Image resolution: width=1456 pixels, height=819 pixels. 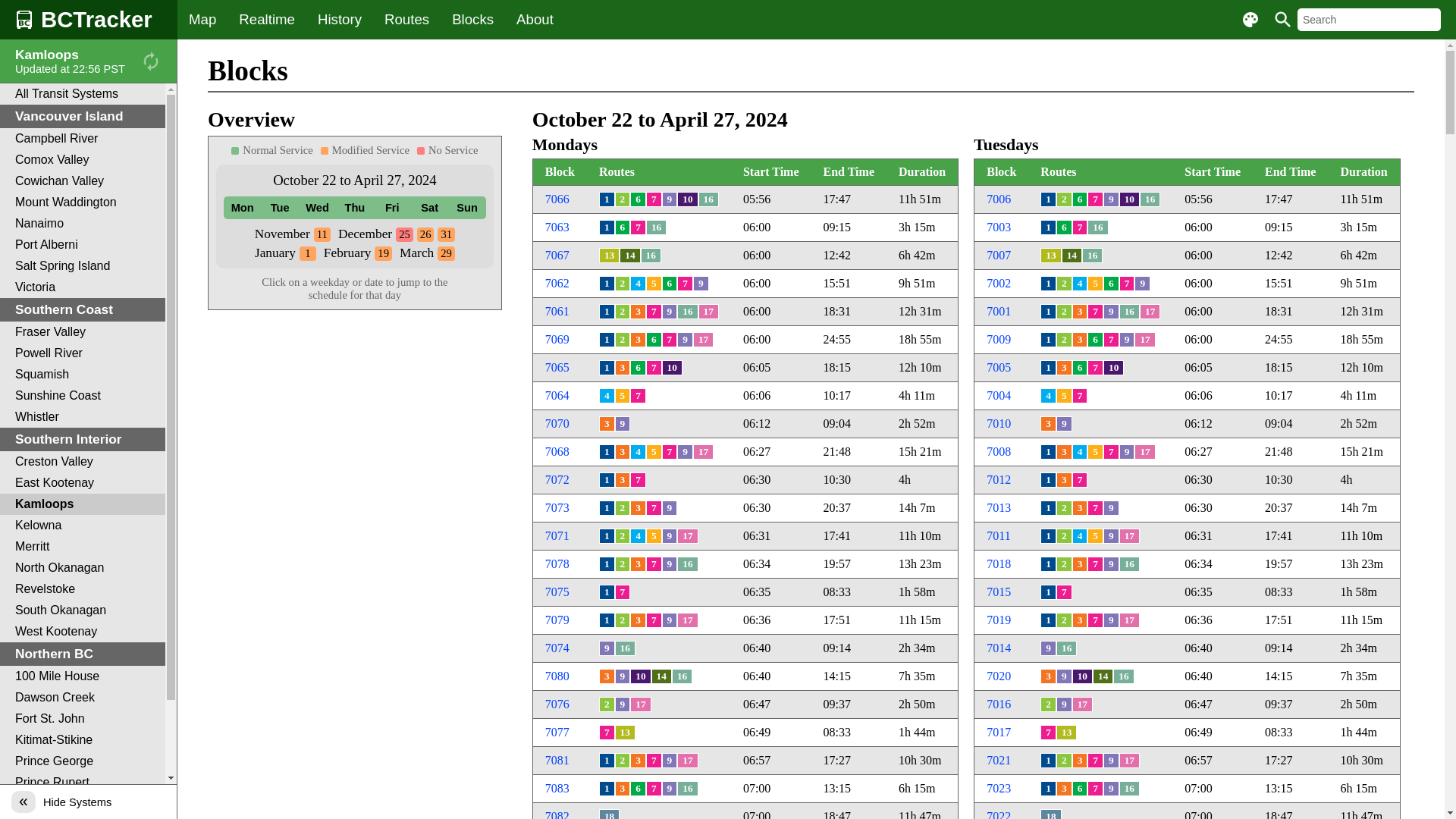 I want to click on '2', so click(x=615, y=564).